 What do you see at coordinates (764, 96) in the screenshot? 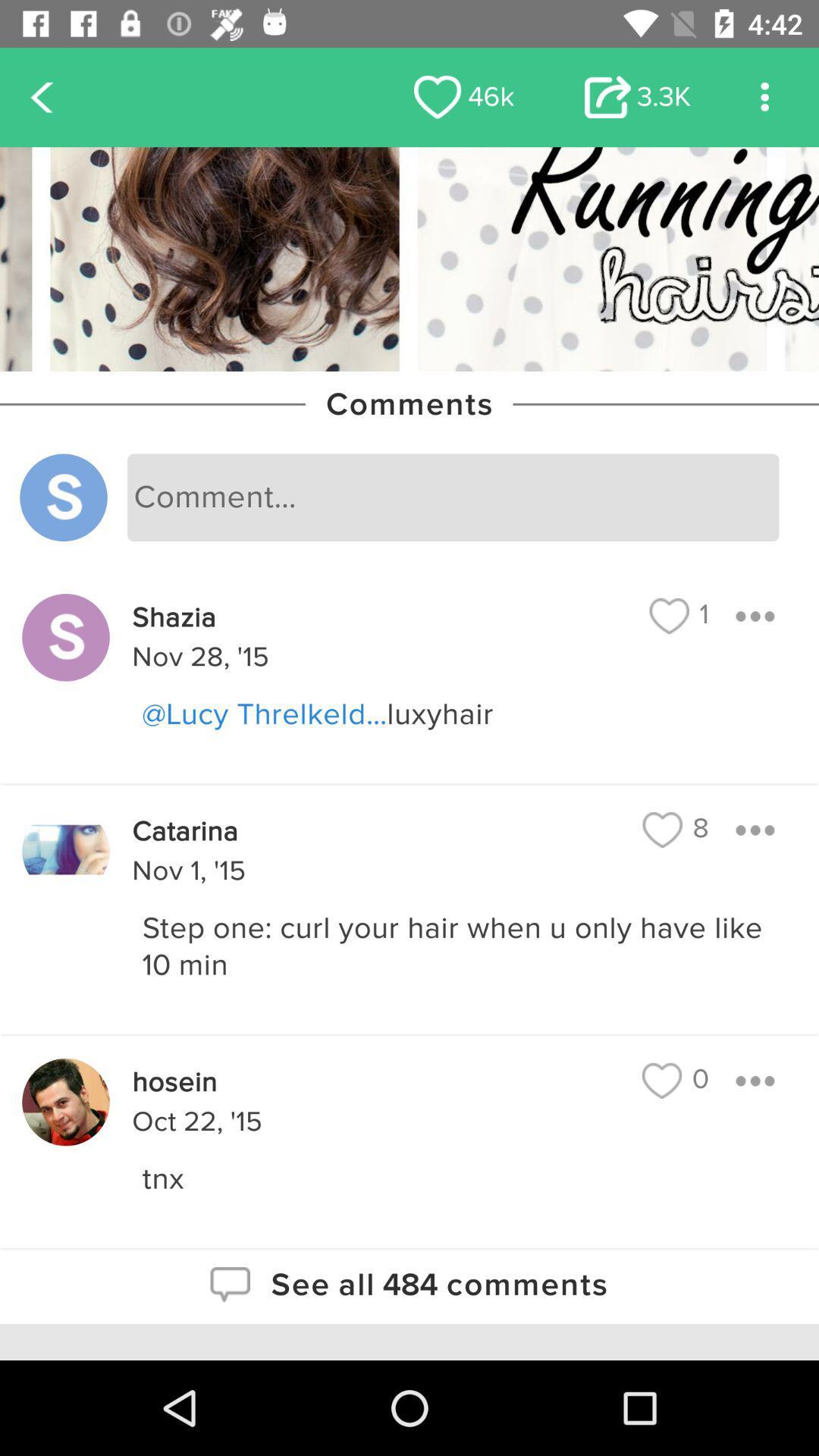
I see `the more icon` at bounding box center [764, 96].